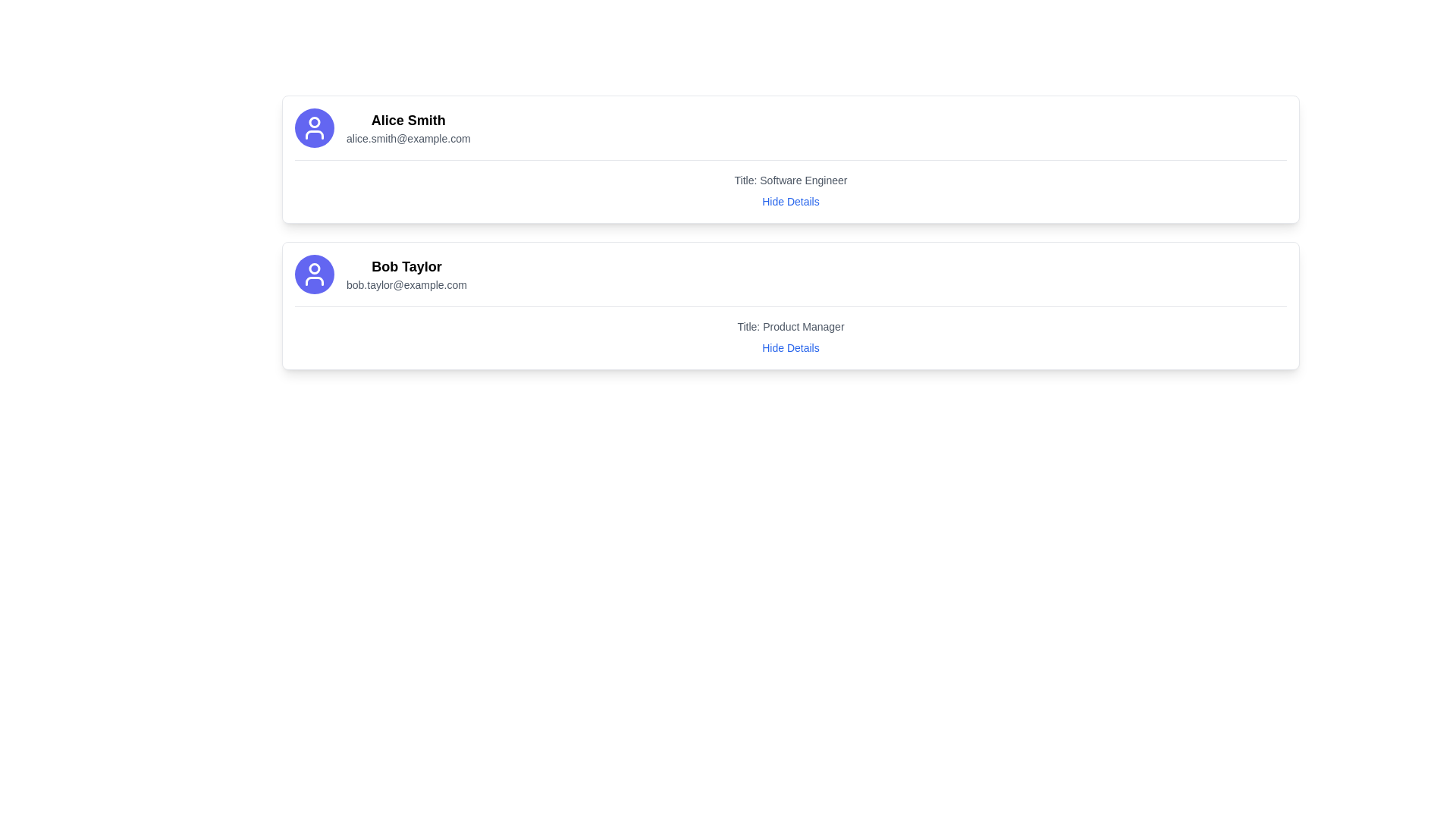  What do you see at coordinates (313, 127) in the screenshot?
I see `the human silhouette SVG icon with a white color on a blue circular background, located at the top-left corner of the card layout adjacent to 'Alice Smith.'` at bounding box center [313, 127].